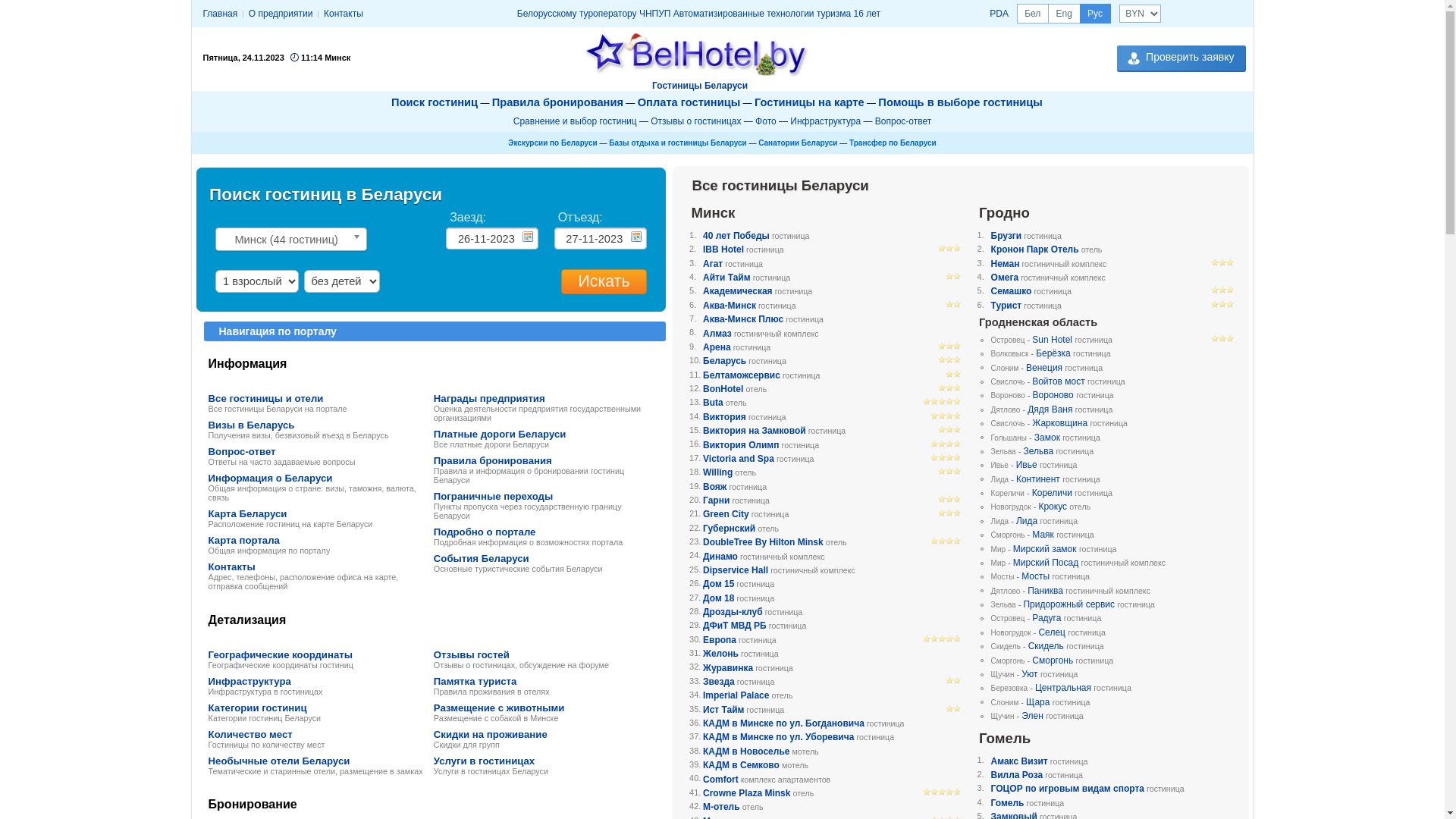  I want to click on 'Sun Hotel', so click(1052, 338).